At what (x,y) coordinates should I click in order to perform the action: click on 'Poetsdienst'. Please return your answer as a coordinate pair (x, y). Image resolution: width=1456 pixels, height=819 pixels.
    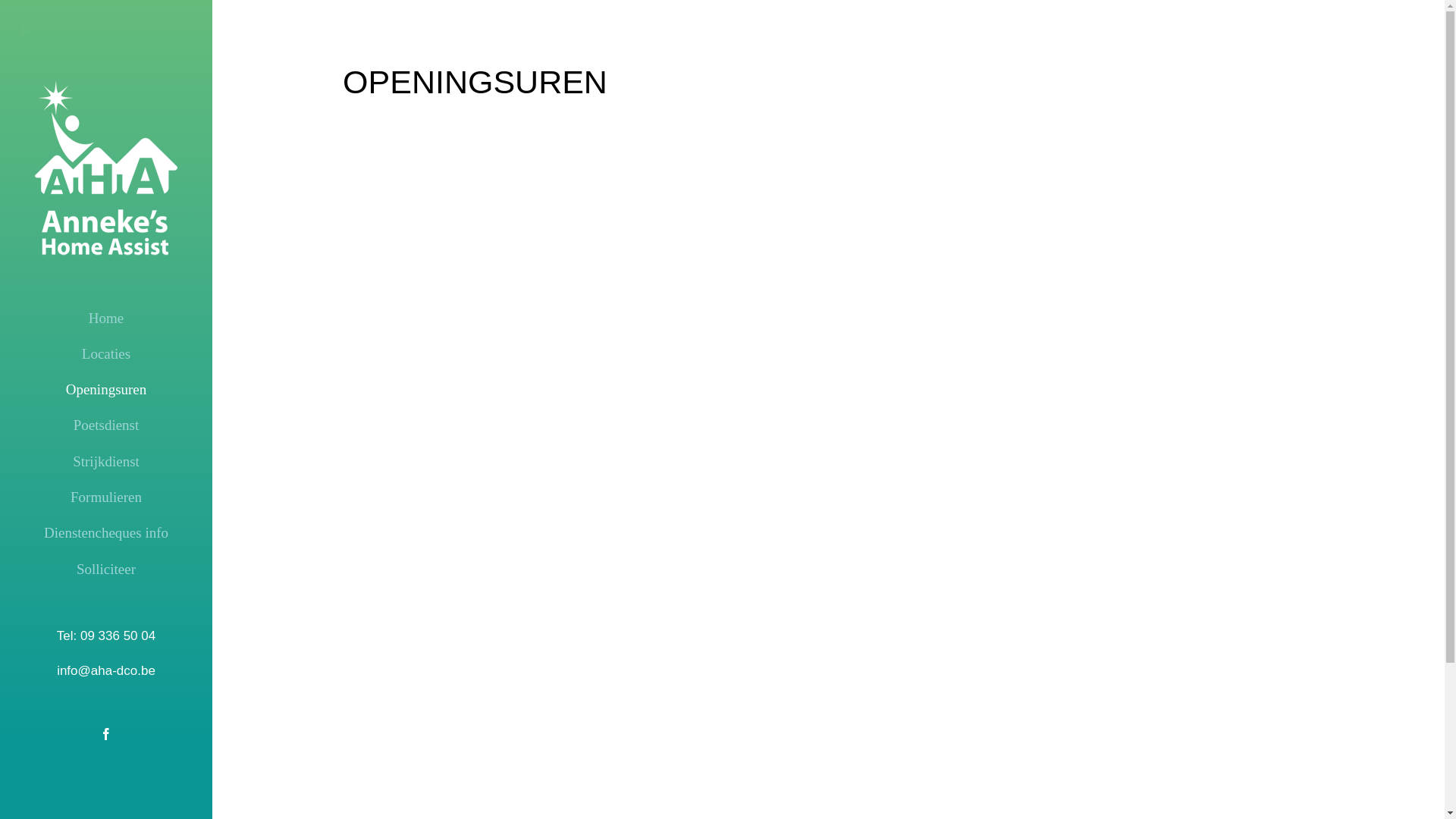
    Looking at the image, I should click on (21, 425).